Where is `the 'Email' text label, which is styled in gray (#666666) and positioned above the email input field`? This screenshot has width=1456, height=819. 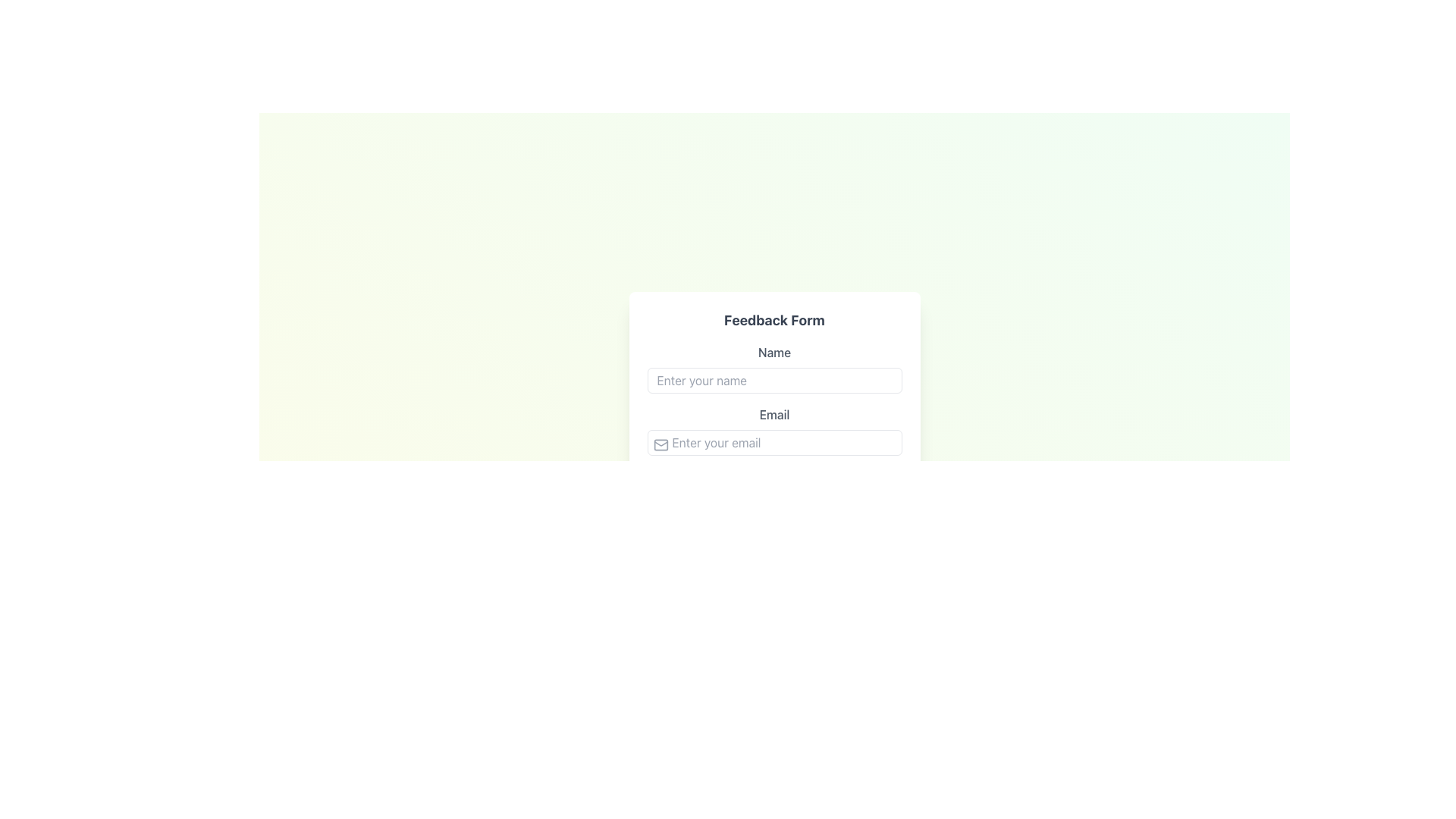
the 'Email' text label, which is styled in gray (#666666) and positioned above the email input field is located at coordinates (774, 415).